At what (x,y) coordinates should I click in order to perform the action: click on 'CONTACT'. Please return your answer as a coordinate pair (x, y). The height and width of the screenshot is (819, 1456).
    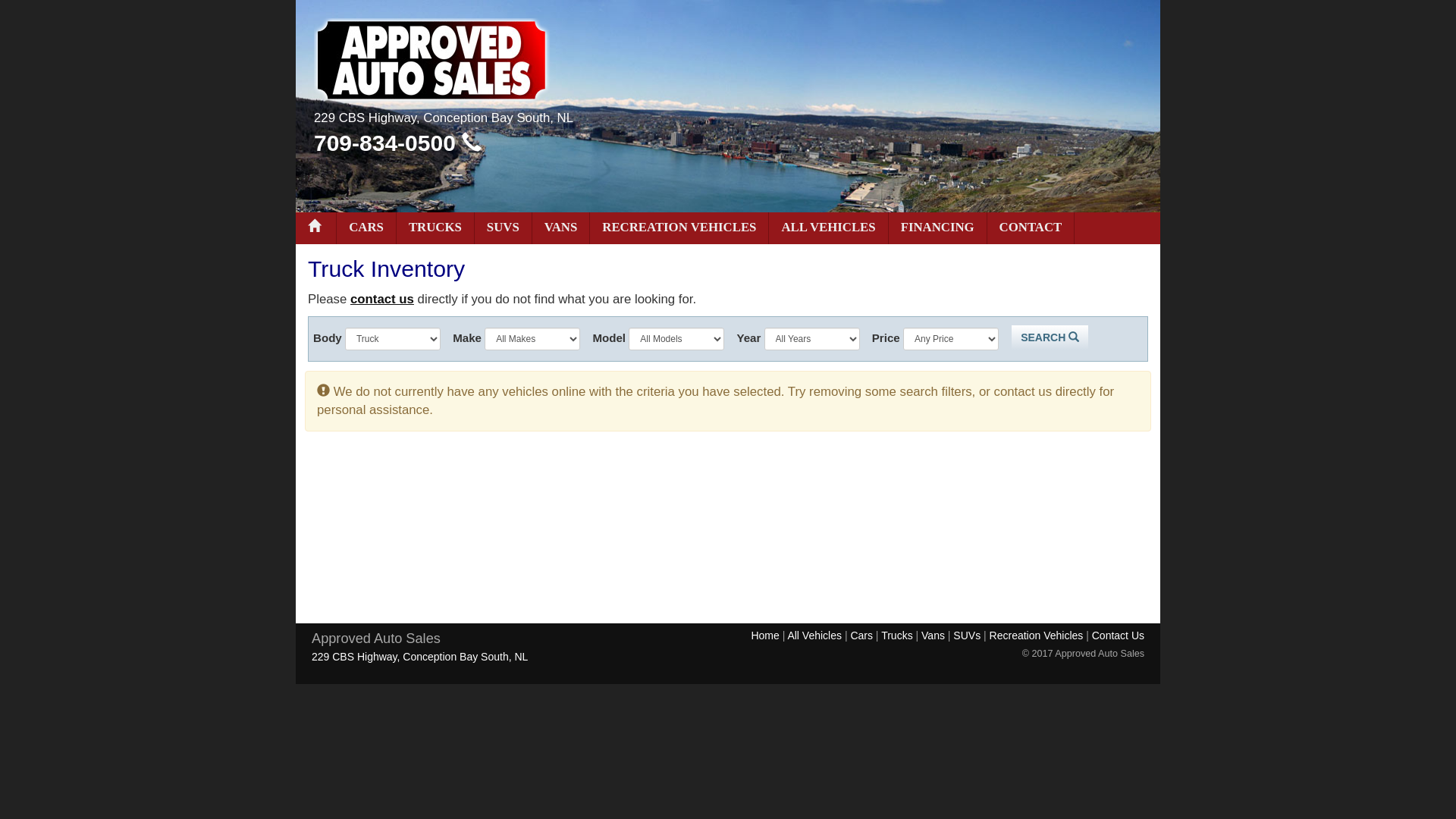
    Looking at the image, I should click on (1031, 227).